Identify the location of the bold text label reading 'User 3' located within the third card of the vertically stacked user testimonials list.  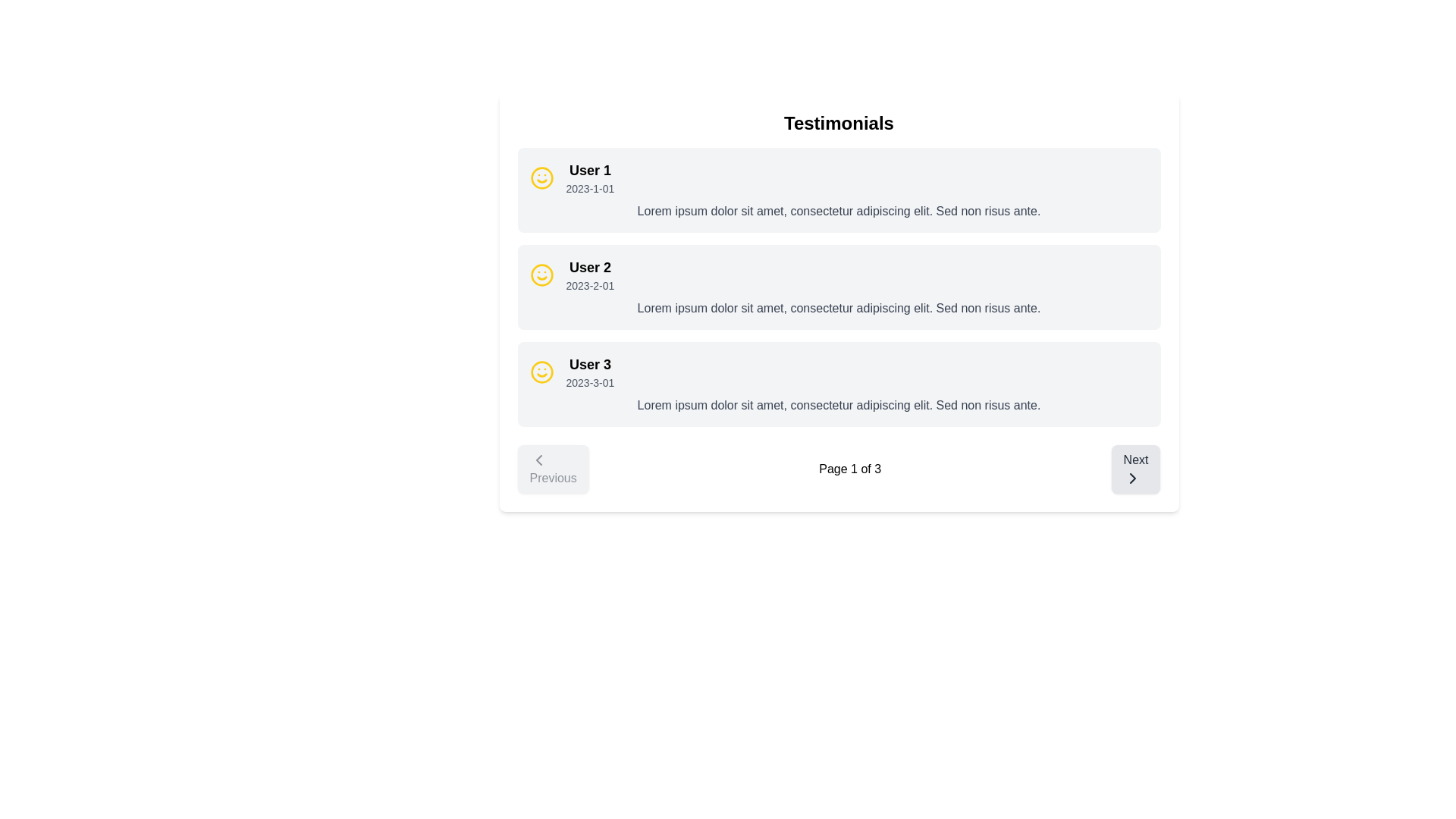
(589, 365).